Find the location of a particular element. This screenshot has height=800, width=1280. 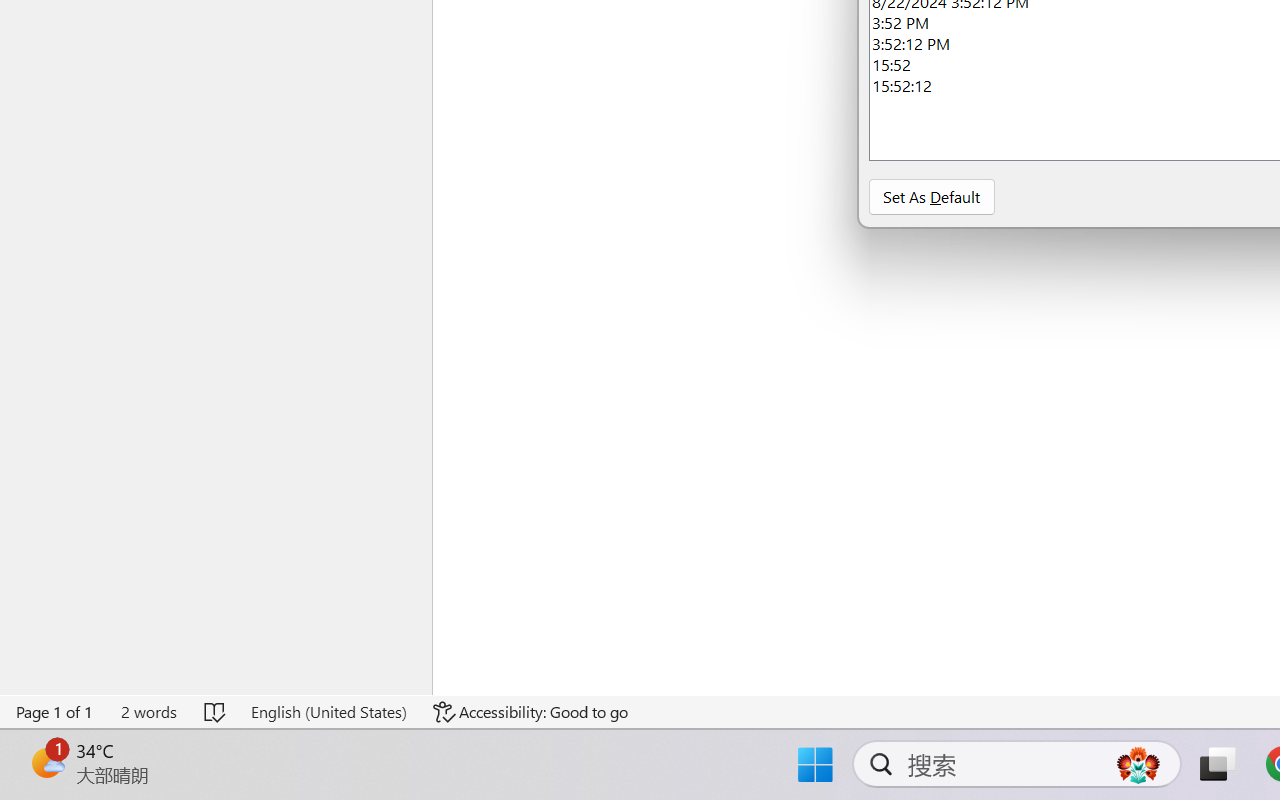

'Accessibility Checker Accessibility: Good to go' is located at coordinates (531, 711).